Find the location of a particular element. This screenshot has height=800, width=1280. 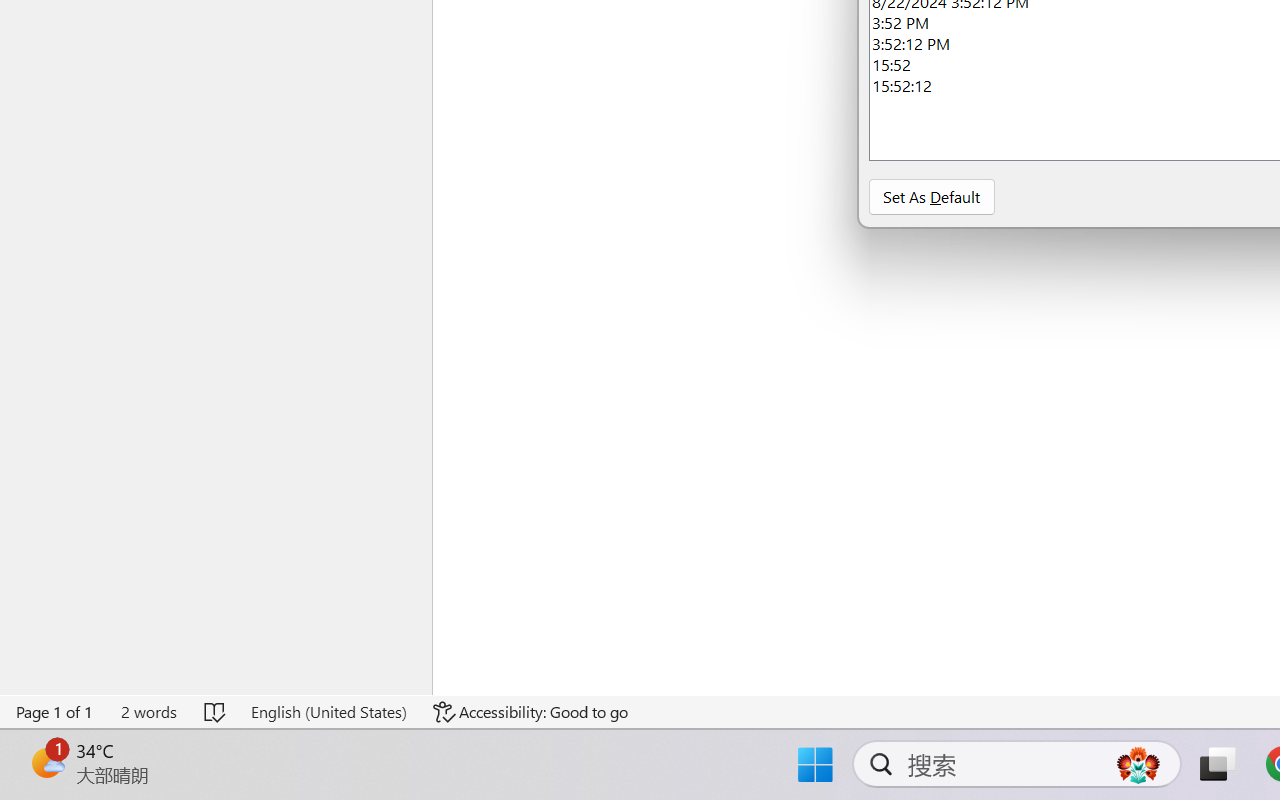

'Accessibility Checker Accessibility: Good to go' is located at coordinates (531, 711).